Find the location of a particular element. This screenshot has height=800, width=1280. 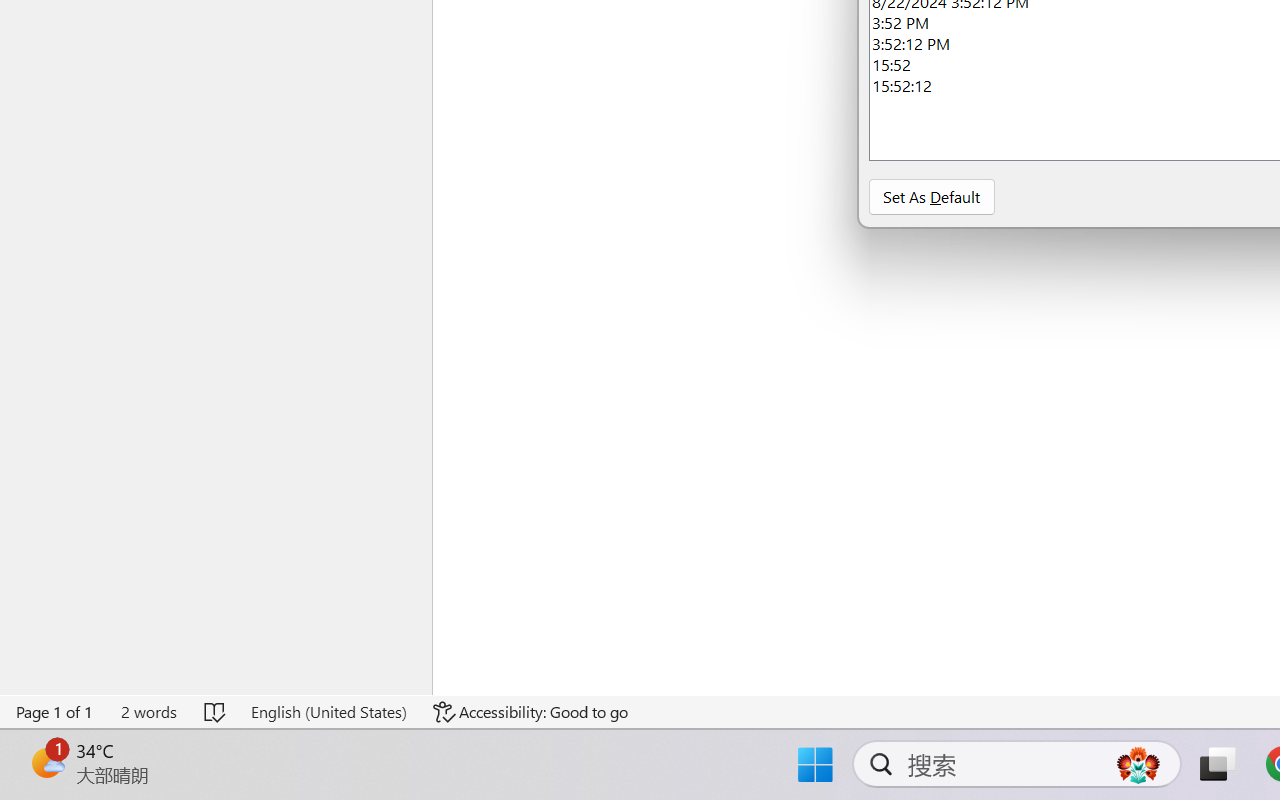

'Accessibility Checker Accessibility: Good to go' is located at coordinates (531, 711).